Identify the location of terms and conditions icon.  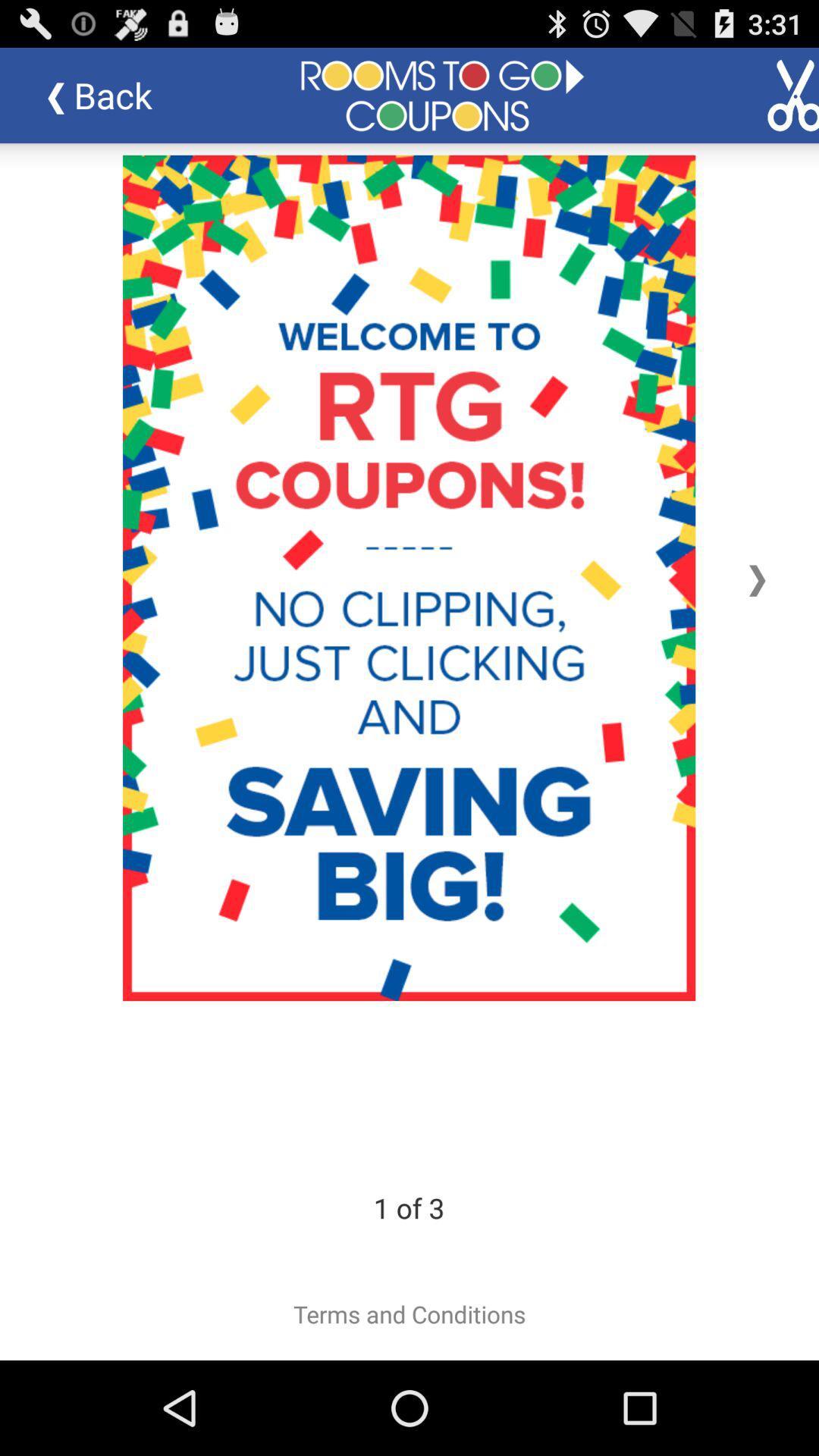
(409, 1313).